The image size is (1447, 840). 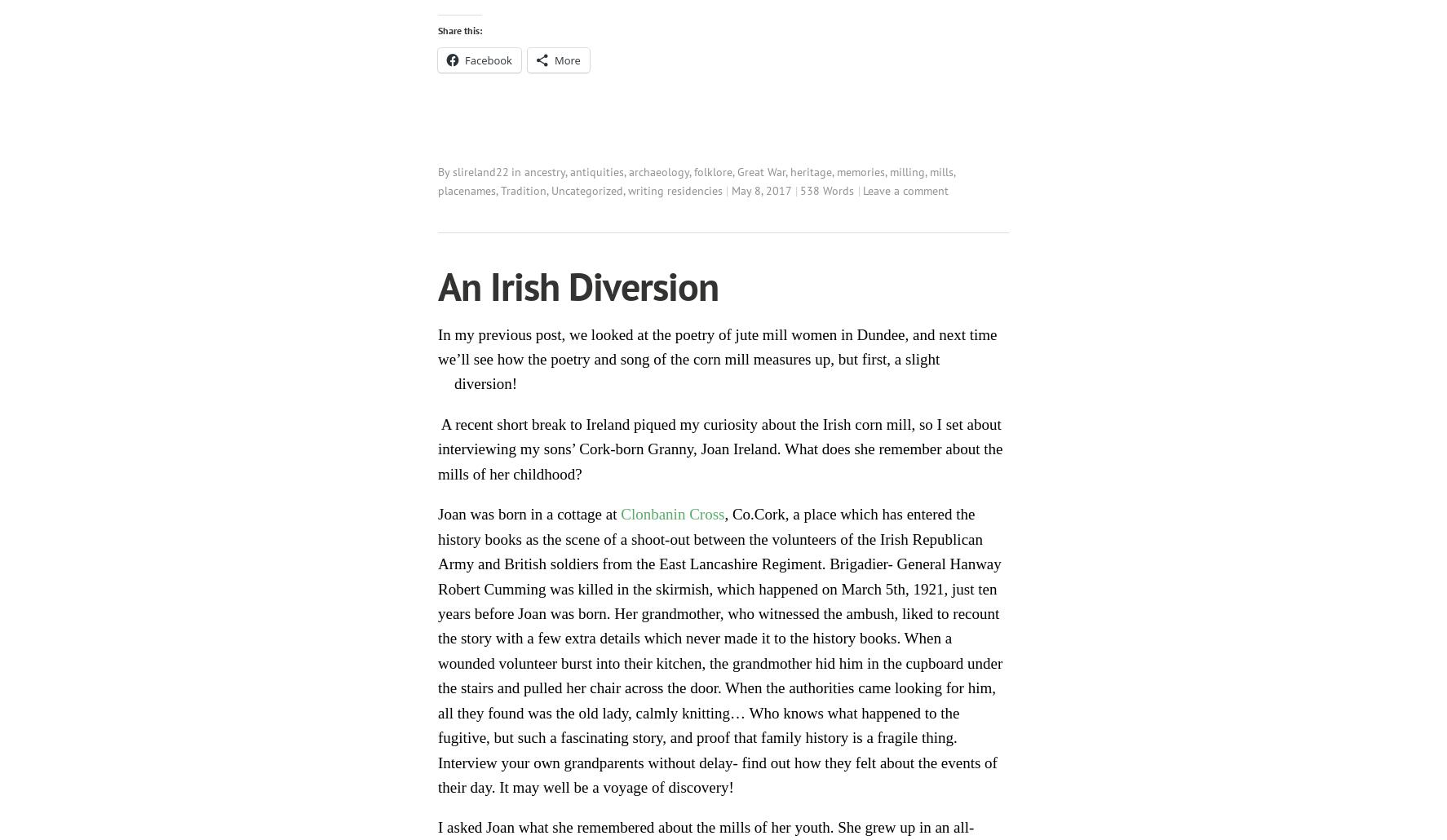 What do you see at coordinates (466, 189) in the screenshot?
I see `'placenames'` at bounding box center [466, 189].